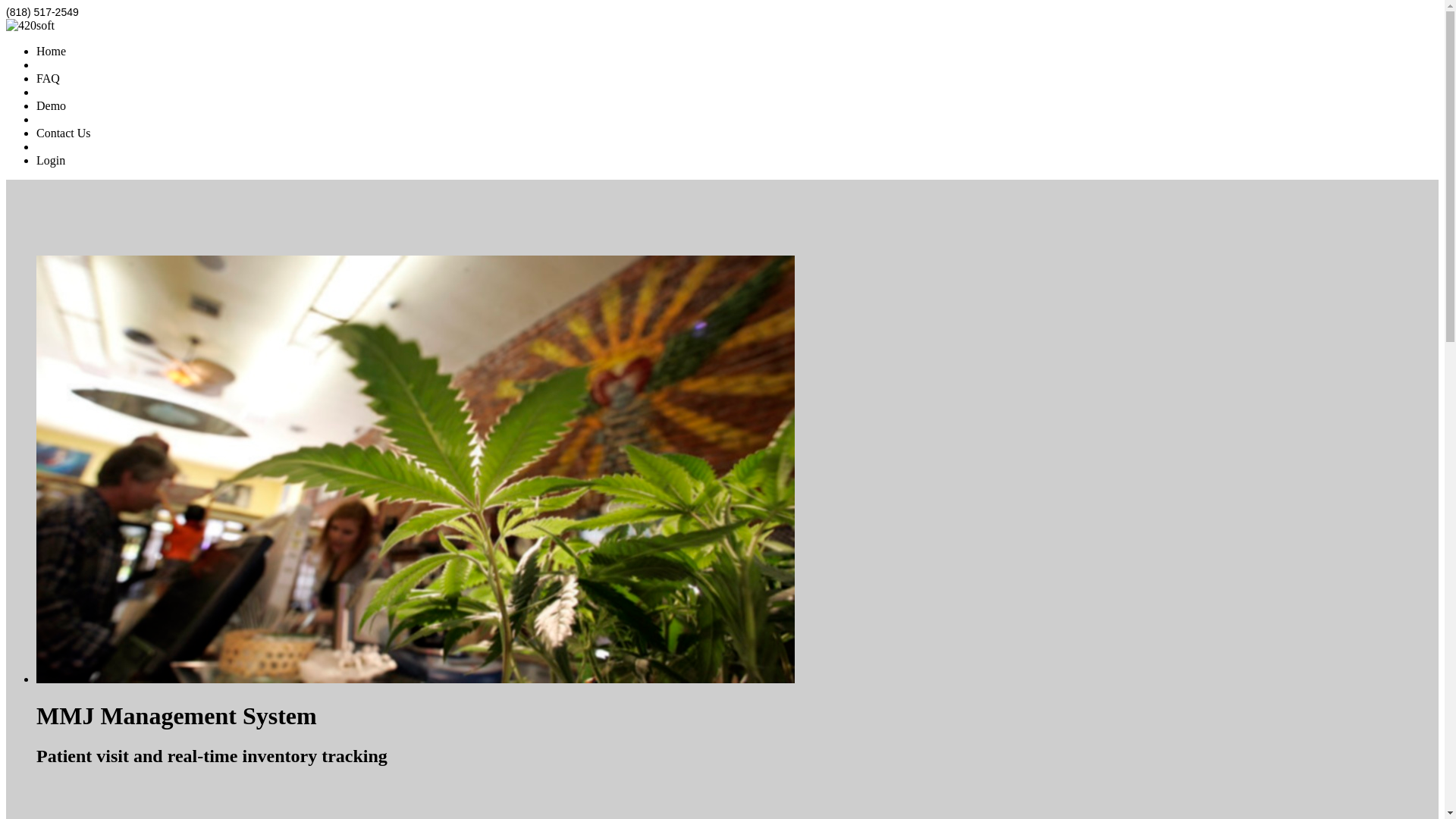 This screenshot has height=819, width=1456. What do you see at coordinates (48, 78) in the screenshot?
I see `'FAQ'` at bounding box center [48, 78].